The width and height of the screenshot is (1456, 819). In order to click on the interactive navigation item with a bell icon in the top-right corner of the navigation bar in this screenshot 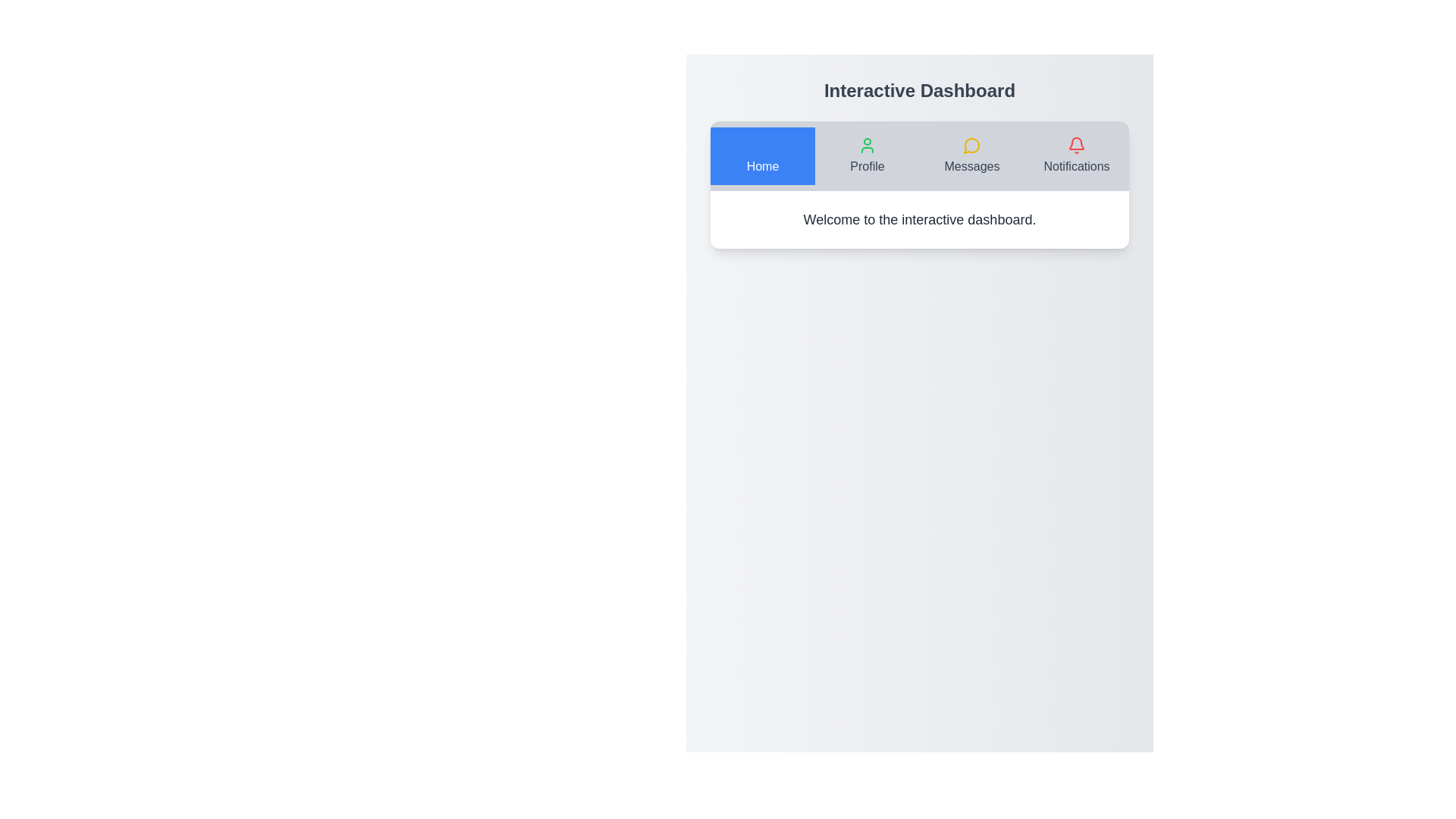, I will do `click(1076, 155)`.